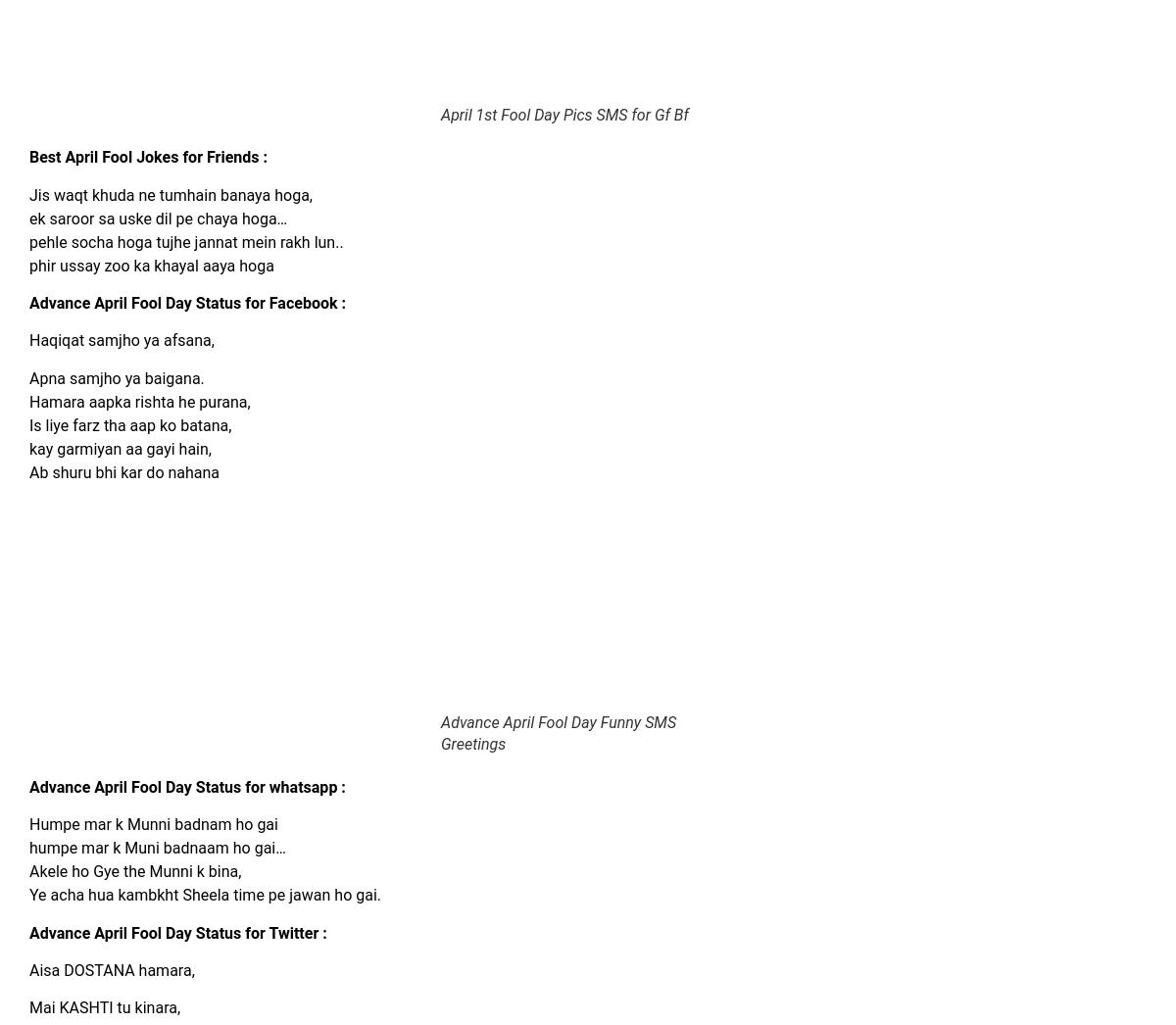 The image size is (1176, 1025). Describe the element at coordinates (157, 217) in the screenshot. I see `'ek saroor sa uske dil pe chaya hoga…'` at that location.